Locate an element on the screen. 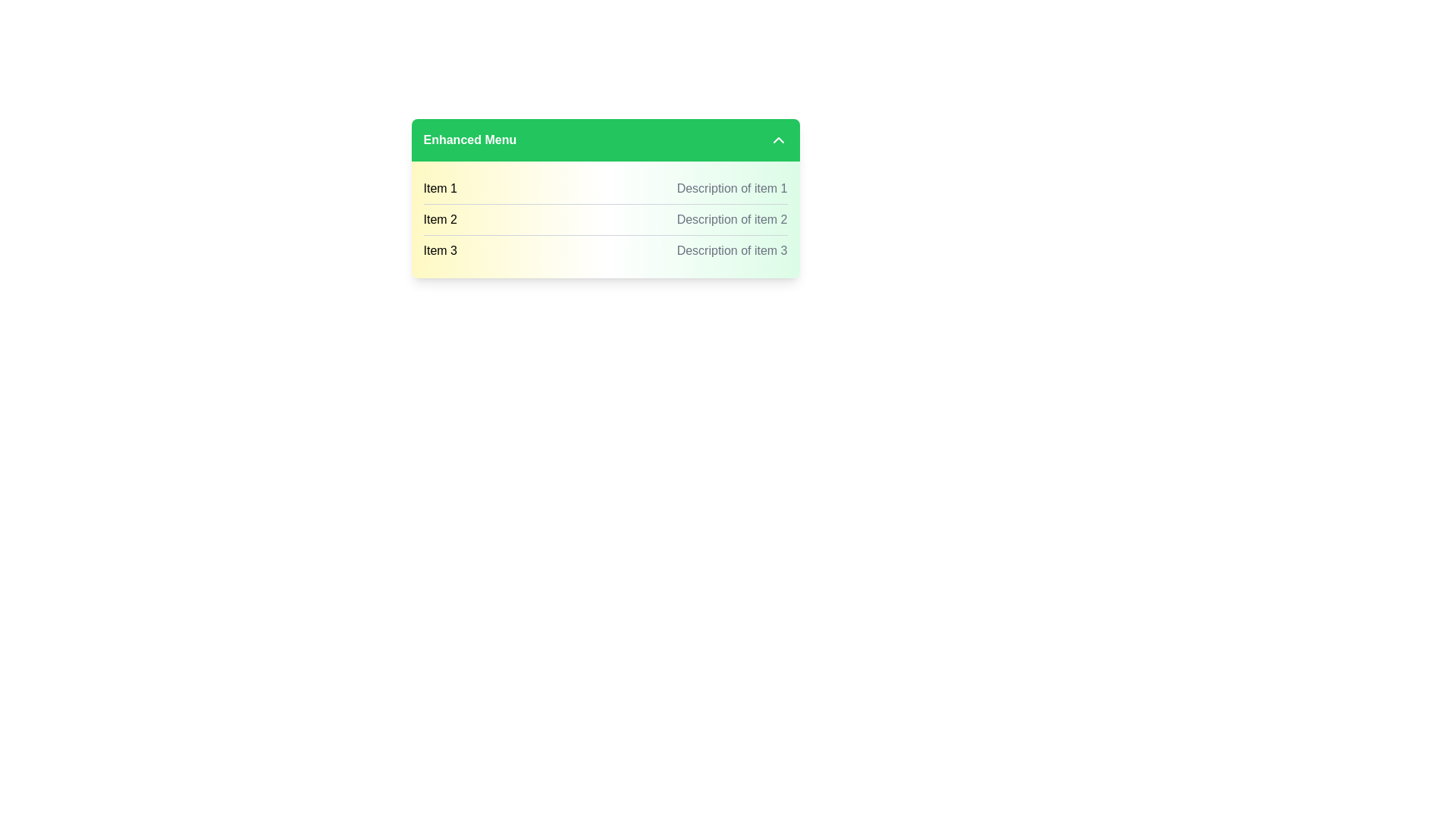  the label that identifies the first item in the list, which is positioned to the left of 'Description of item 1' is located at coordinates (439, 188).